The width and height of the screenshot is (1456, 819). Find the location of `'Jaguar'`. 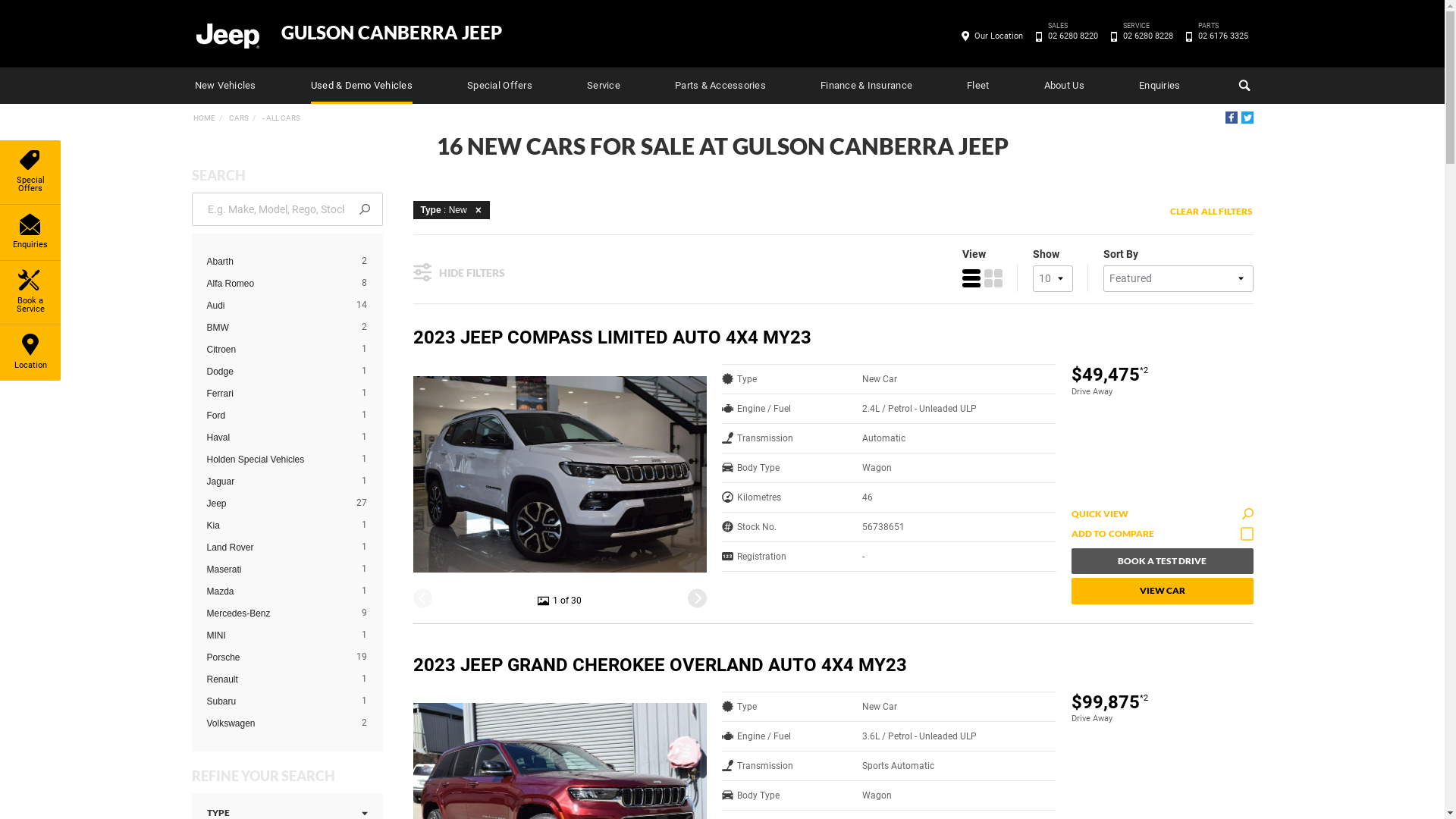

'Jaguar' is located at coordinates (206, 482).